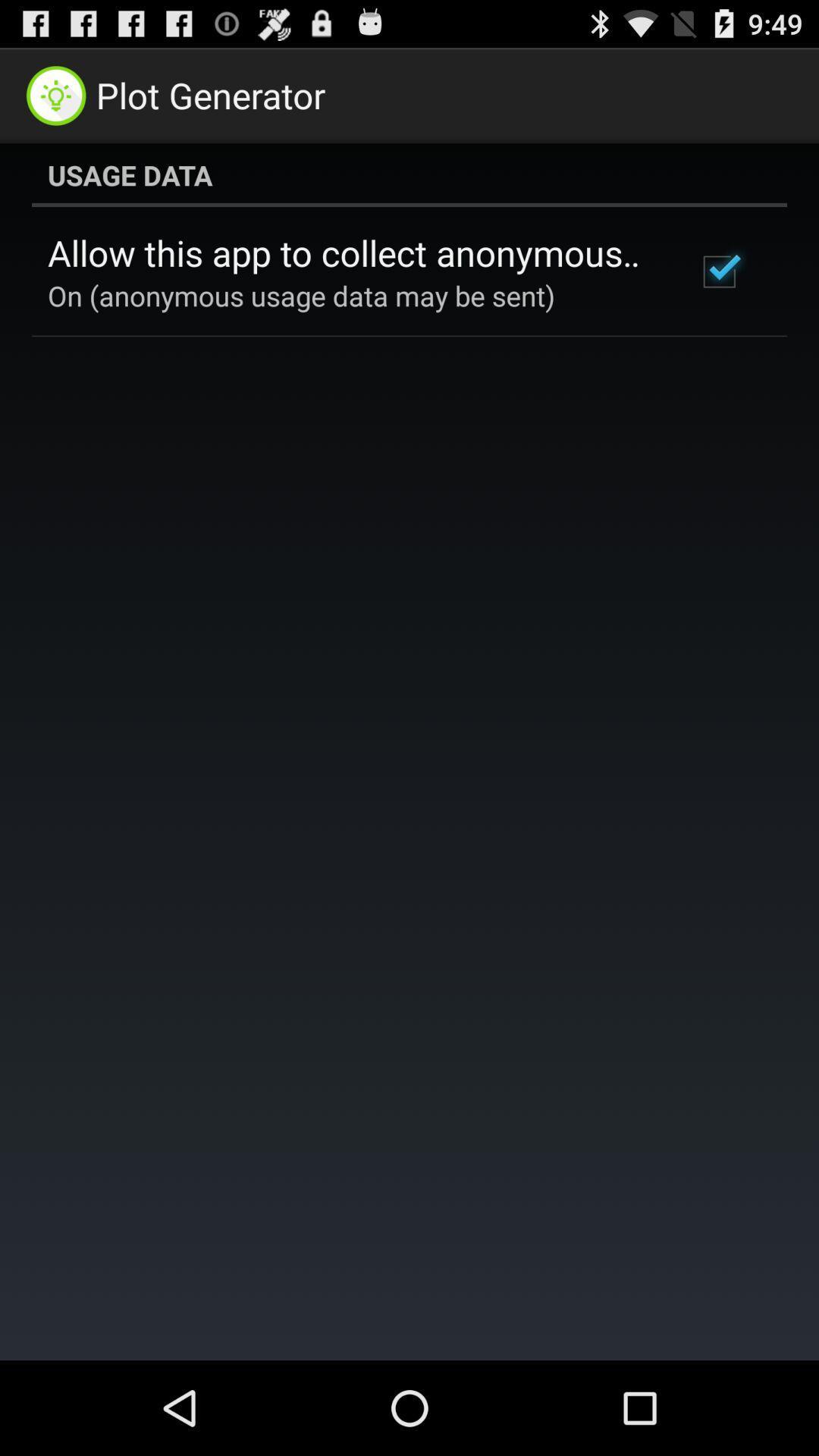 The width and height of the screenshot is (819, 1456). Describe the element at coordinates (351, 253) in the screenshot. I see `the icon below the usage data` at that location.